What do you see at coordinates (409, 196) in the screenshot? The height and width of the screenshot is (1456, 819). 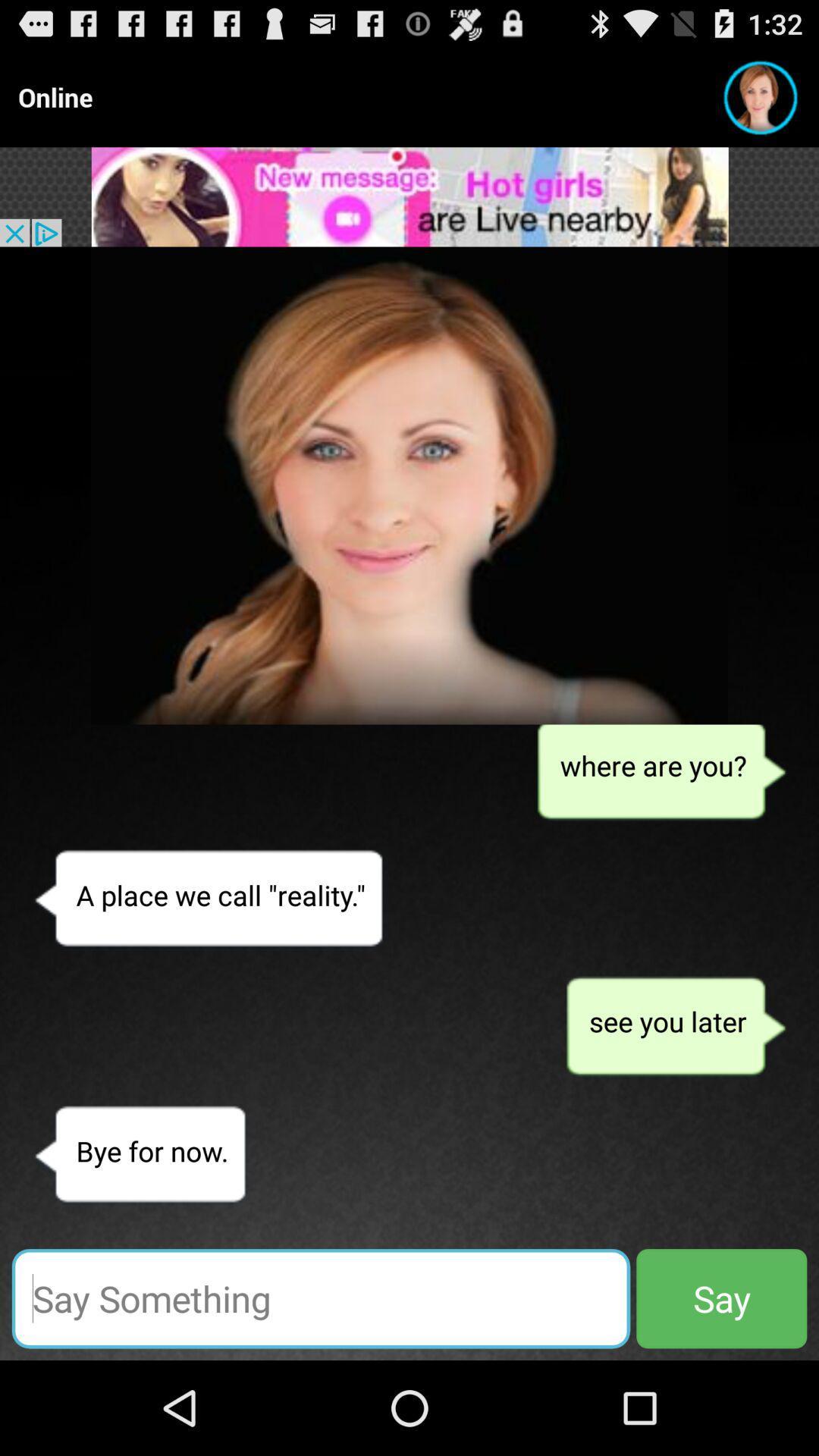 I see `advertisement` at bounding box center [409, 196].